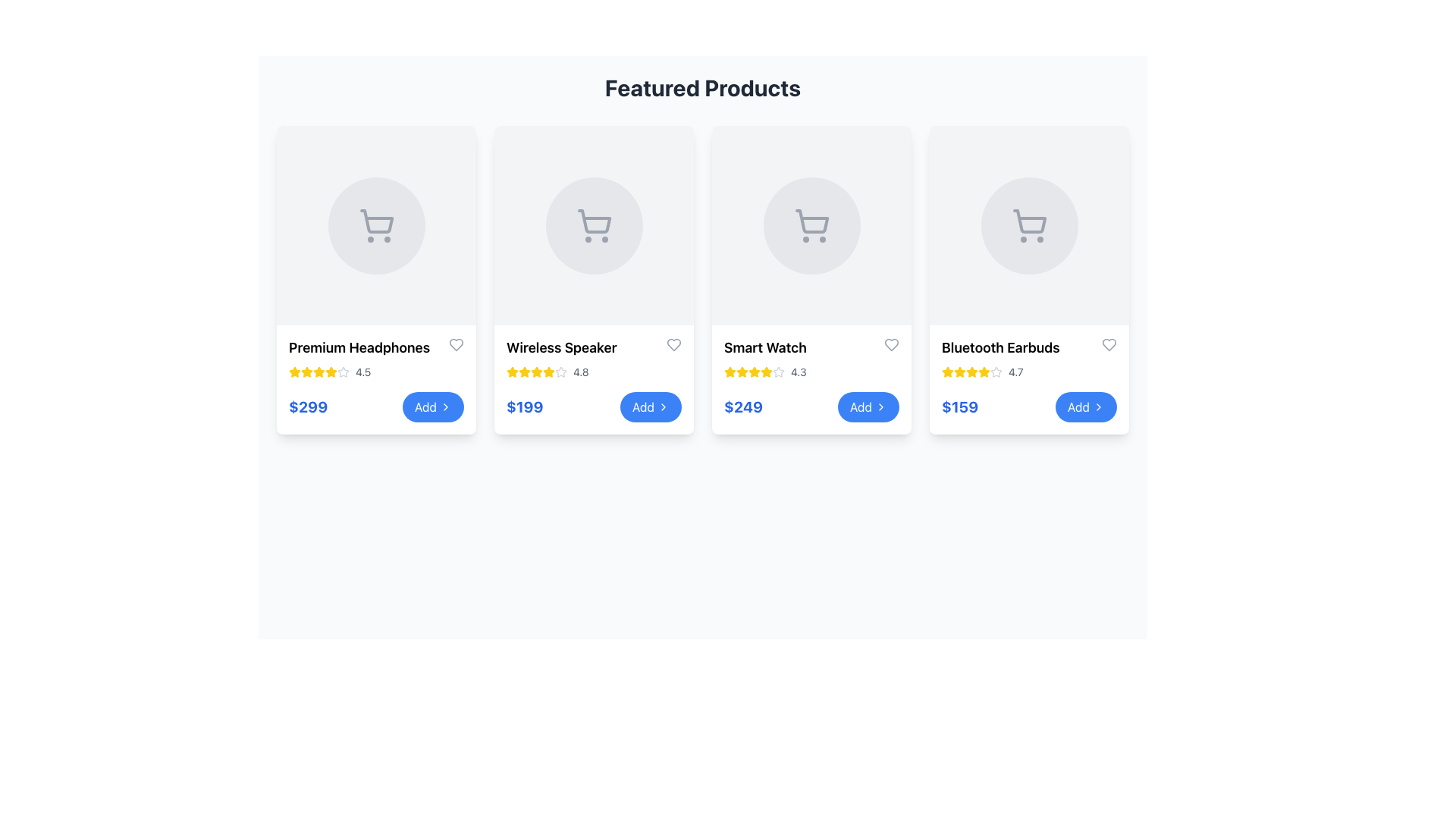 This screenshot has width=1456, height=819. What do you see at coordinates (811, 225) in the screenshot?
I see `the shopping icon representing the action of adding the 'Smart Watch' to the cart, located at the top center of the product details card` at bounding box center [811, 225].